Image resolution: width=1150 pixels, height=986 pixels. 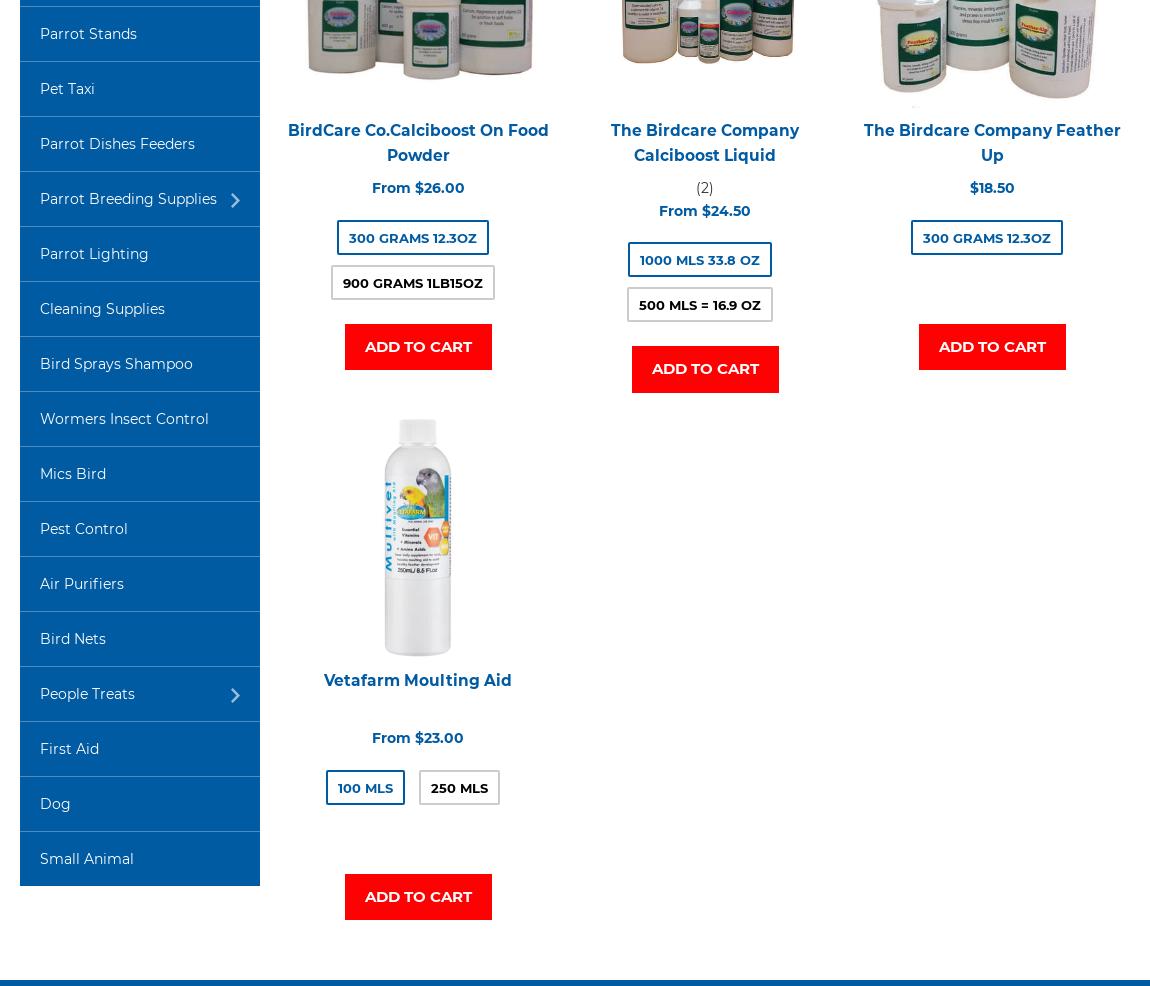 What do you see at coordinates (365, 787) in the screenshot?
I see `'100 mls'` at bounding box center [365, 787].